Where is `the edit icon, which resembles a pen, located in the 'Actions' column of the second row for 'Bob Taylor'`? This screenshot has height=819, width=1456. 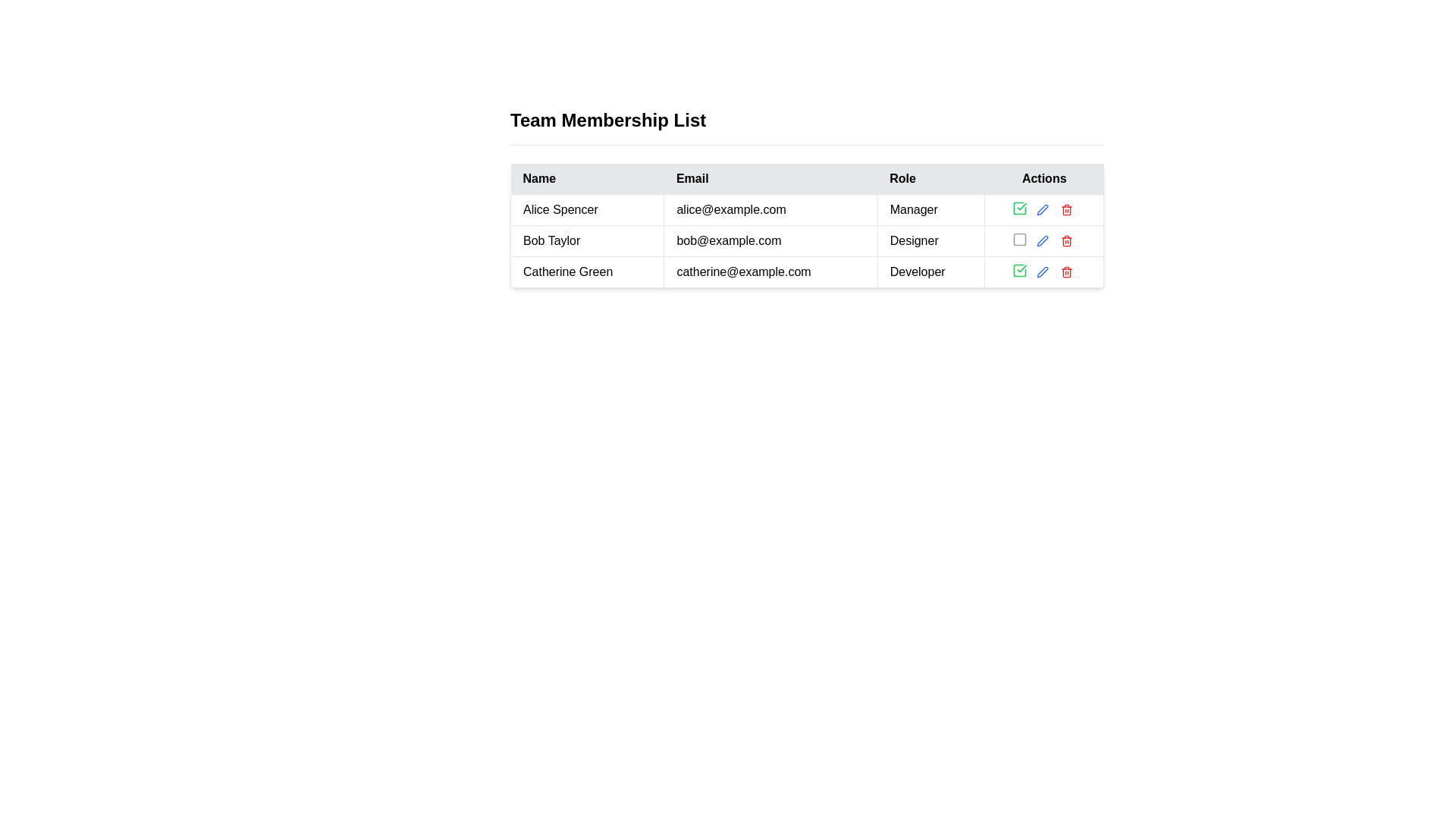 the edit icon, which resembles a pen, located in the 'Actions' column of the second row for 'Bob Taylor' is located at coordinates (1042, 210).